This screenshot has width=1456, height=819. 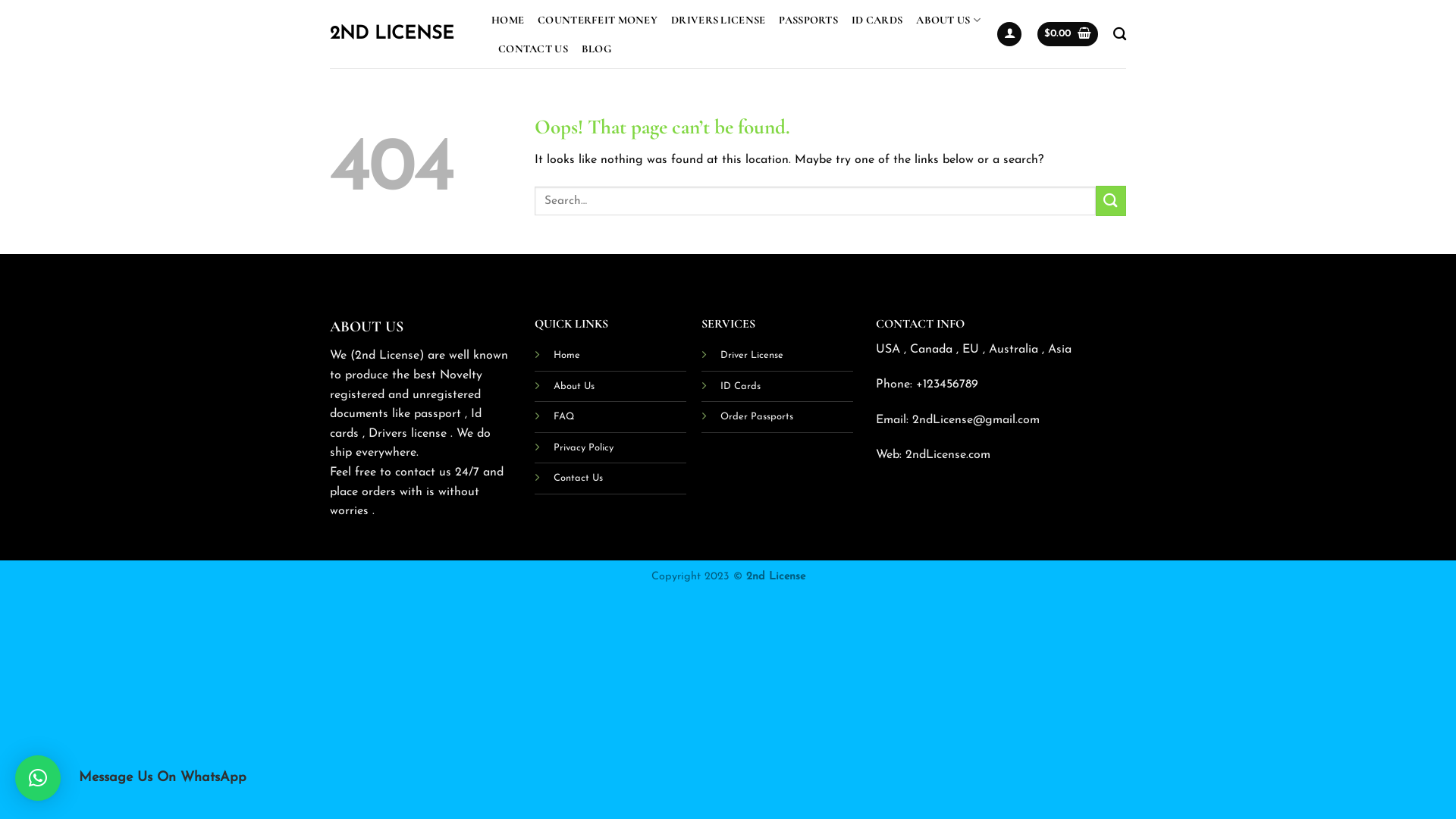 What do you see at coordinates (582, 447) in the screenshot?
I see `'Privacy Policy'` at bounding box center [582, 447].